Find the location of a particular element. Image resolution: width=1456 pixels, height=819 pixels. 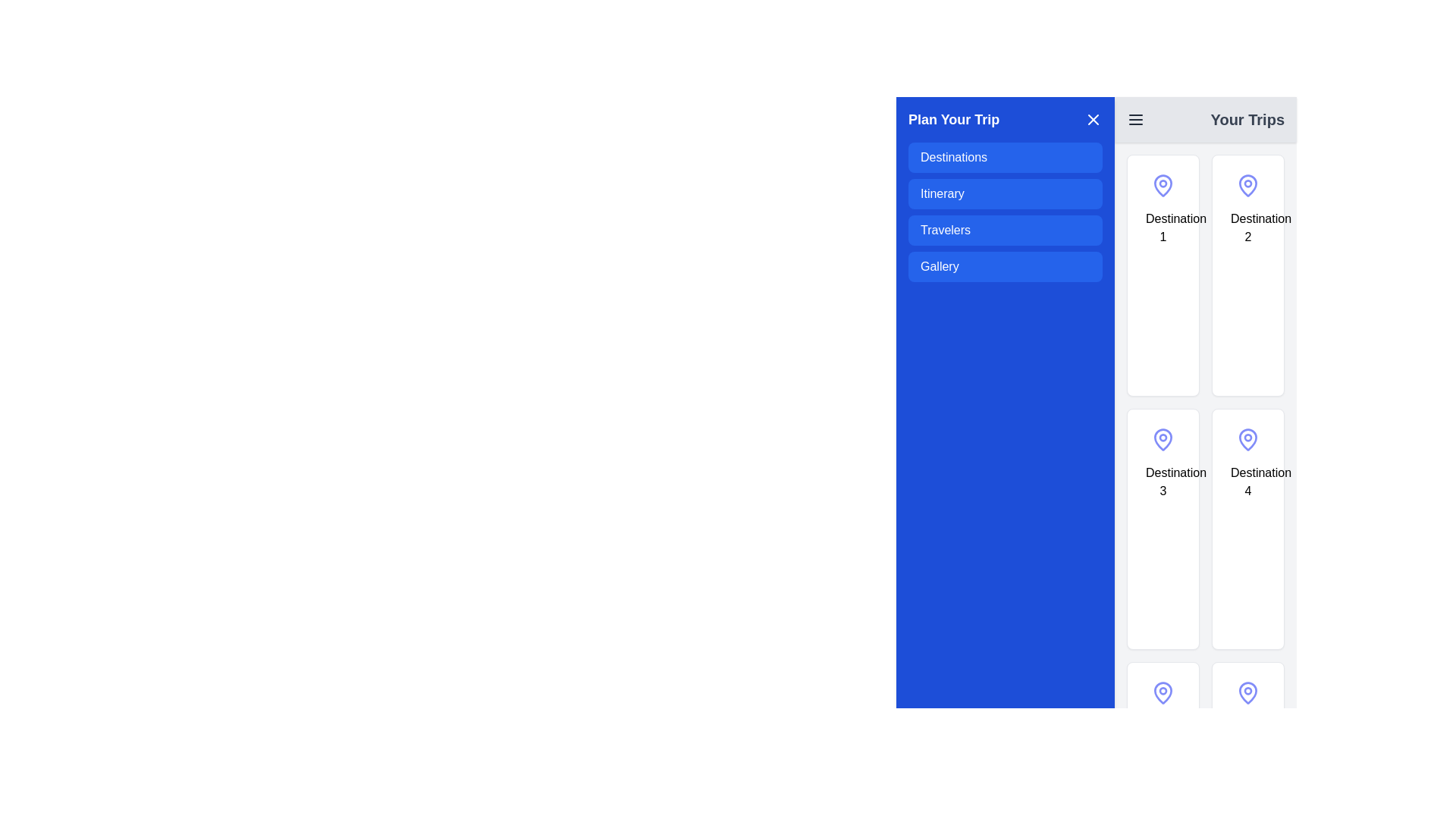

the menu icon represented by three horizontal lines located is located at coordinates (1135, 119).